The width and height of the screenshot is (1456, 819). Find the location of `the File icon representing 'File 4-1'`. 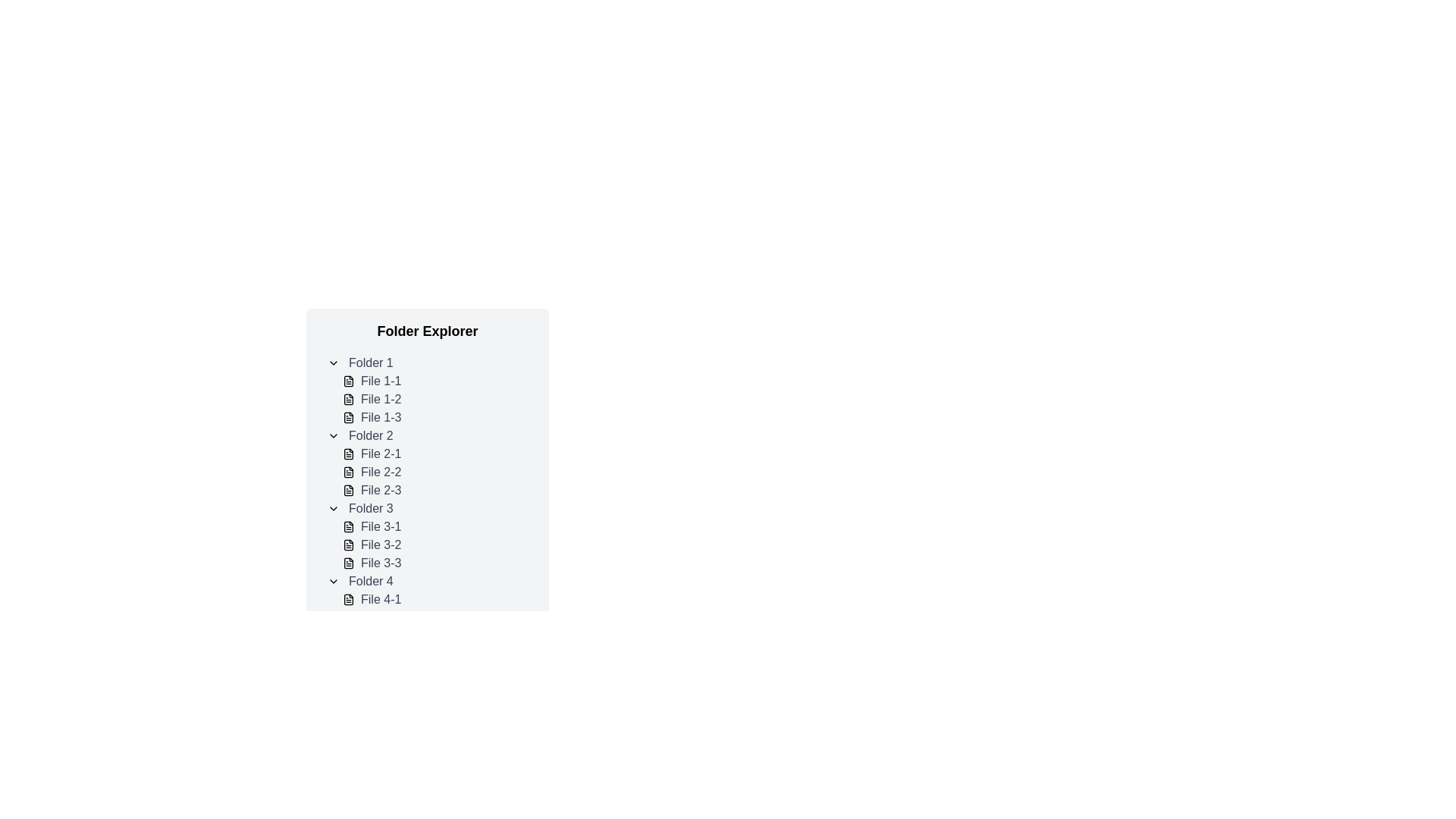

the File icon representing 'File 4-1' is located at coordinates (348, 598).